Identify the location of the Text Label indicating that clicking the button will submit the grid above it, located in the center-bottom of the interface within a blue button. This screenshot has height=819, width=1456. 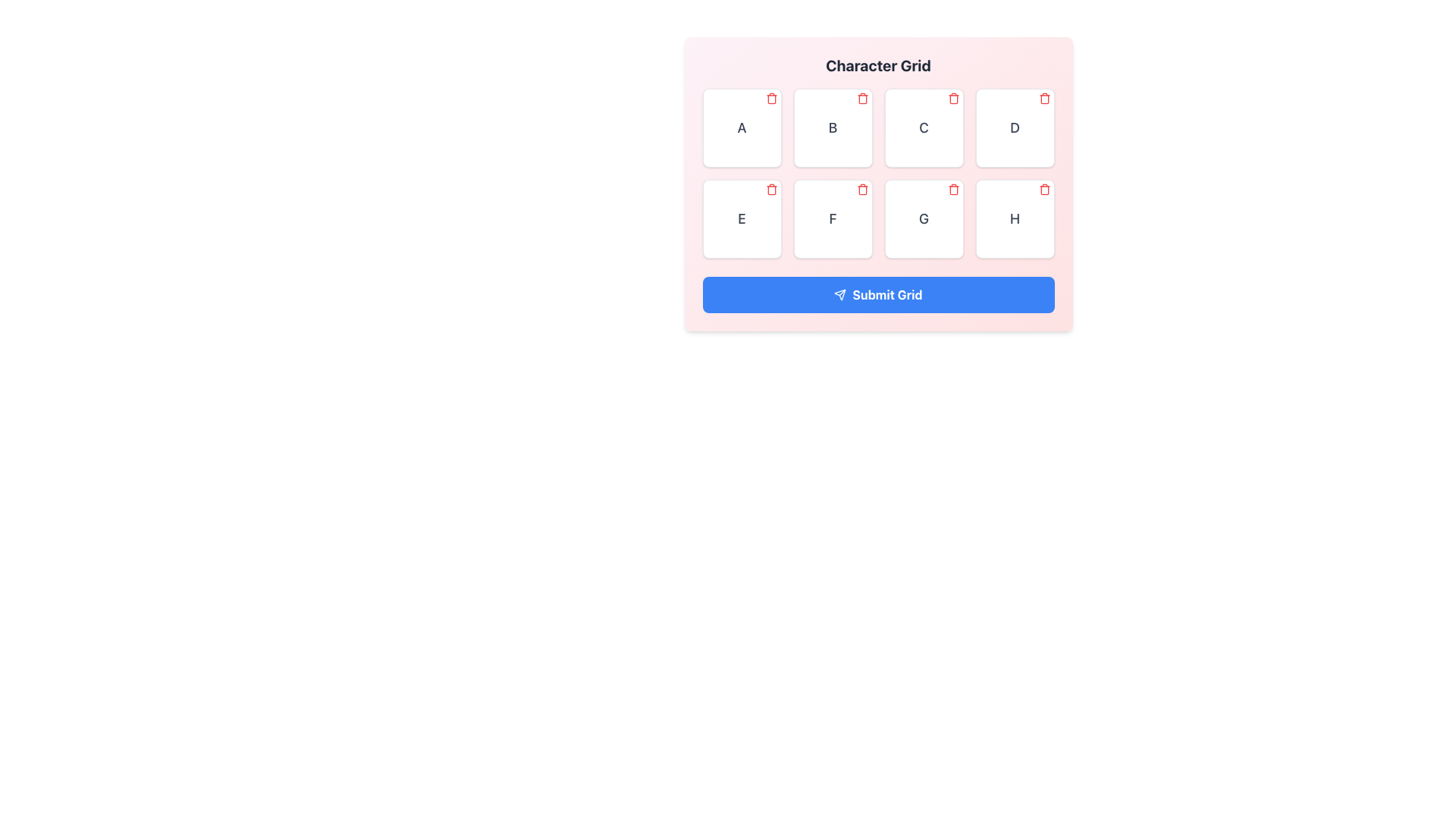
(887, 295).